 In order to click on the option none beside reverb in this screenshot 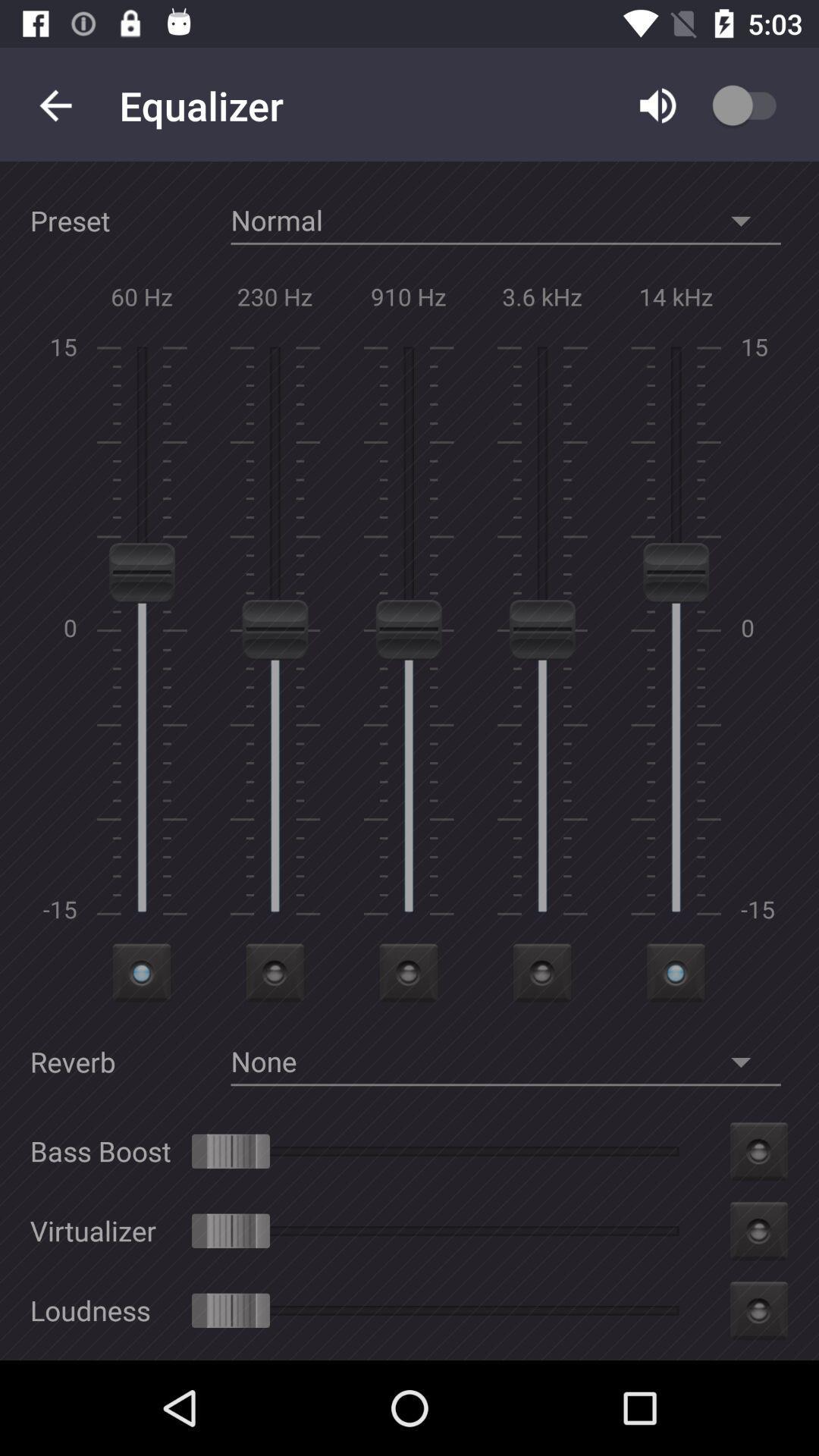, I will do `click(506, 1062)`.